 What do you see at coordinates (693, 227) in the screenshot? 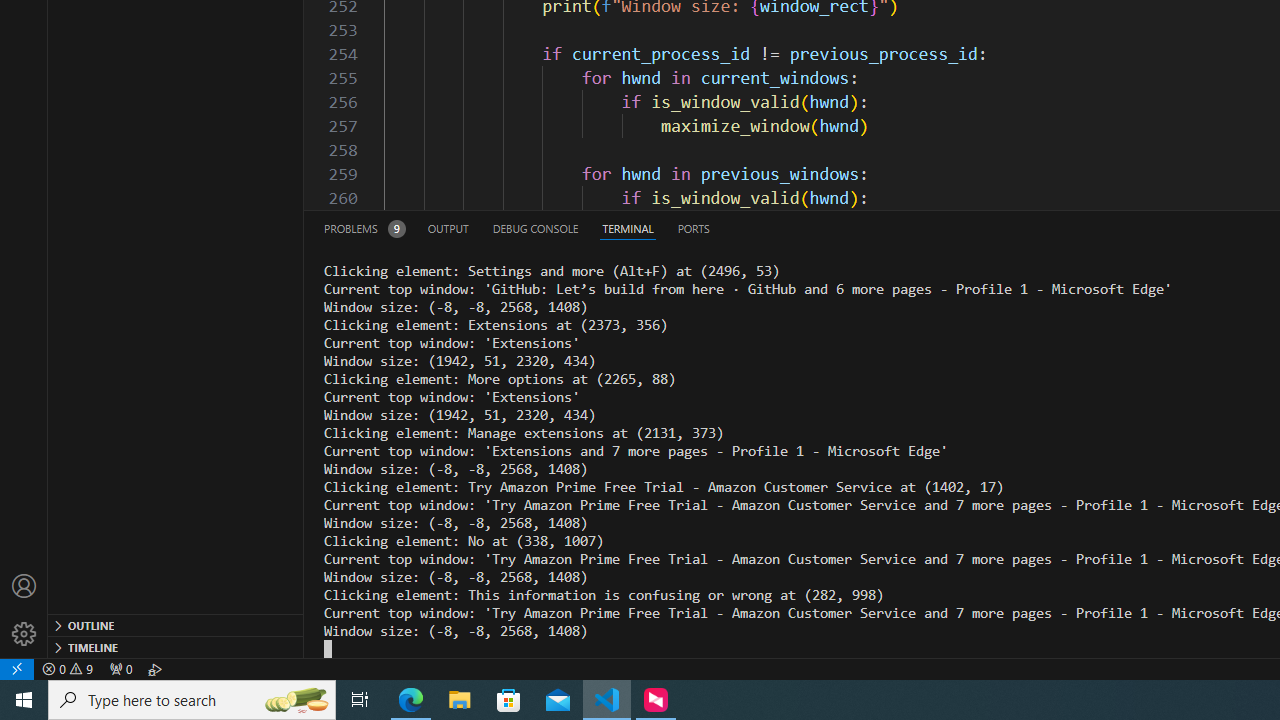
I see `'Ports'` at bounding box center [693, 227].